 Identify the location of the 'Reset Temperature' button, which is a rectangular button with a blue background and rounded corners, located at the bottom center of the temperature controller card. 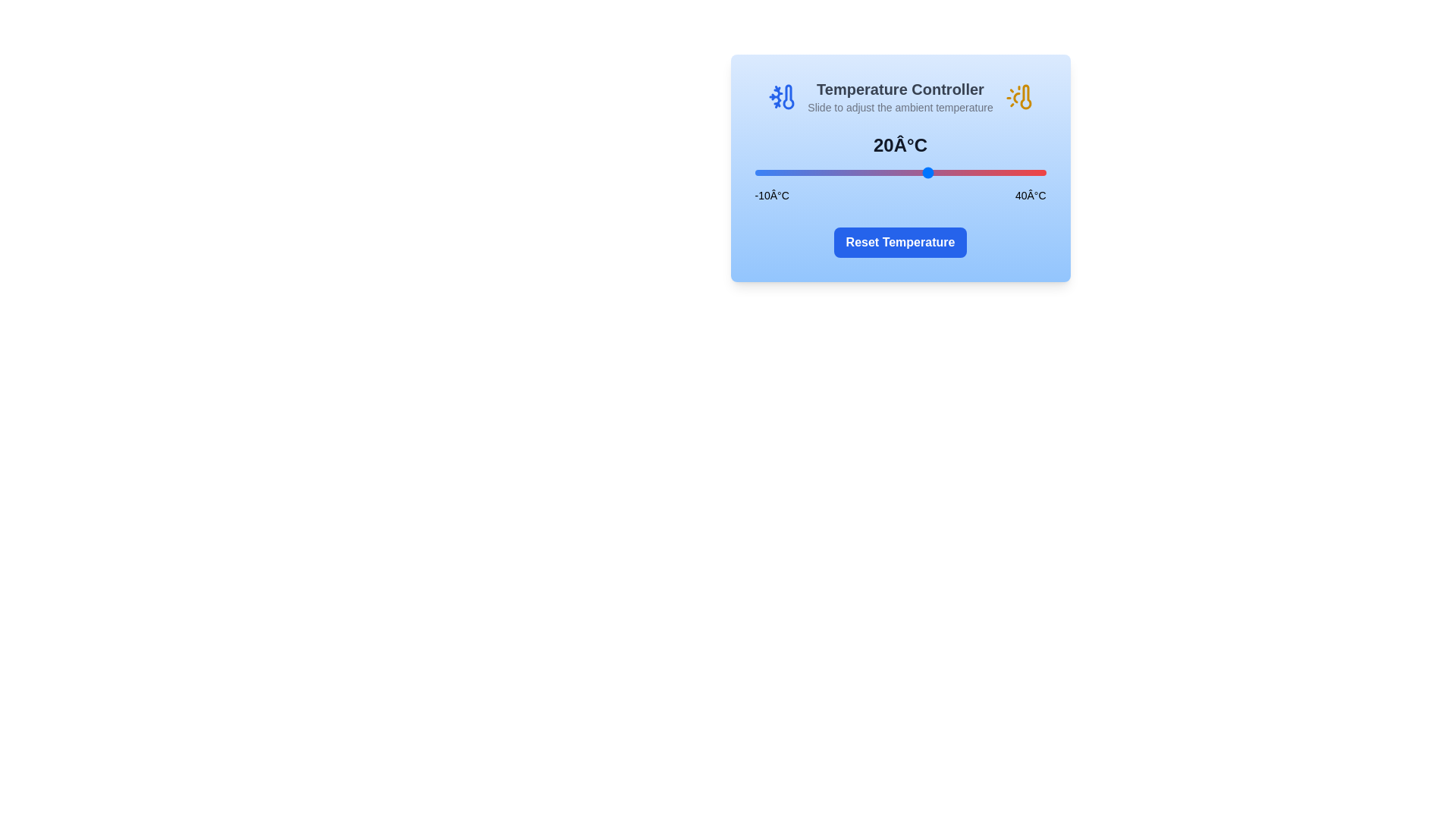
(900, 242).